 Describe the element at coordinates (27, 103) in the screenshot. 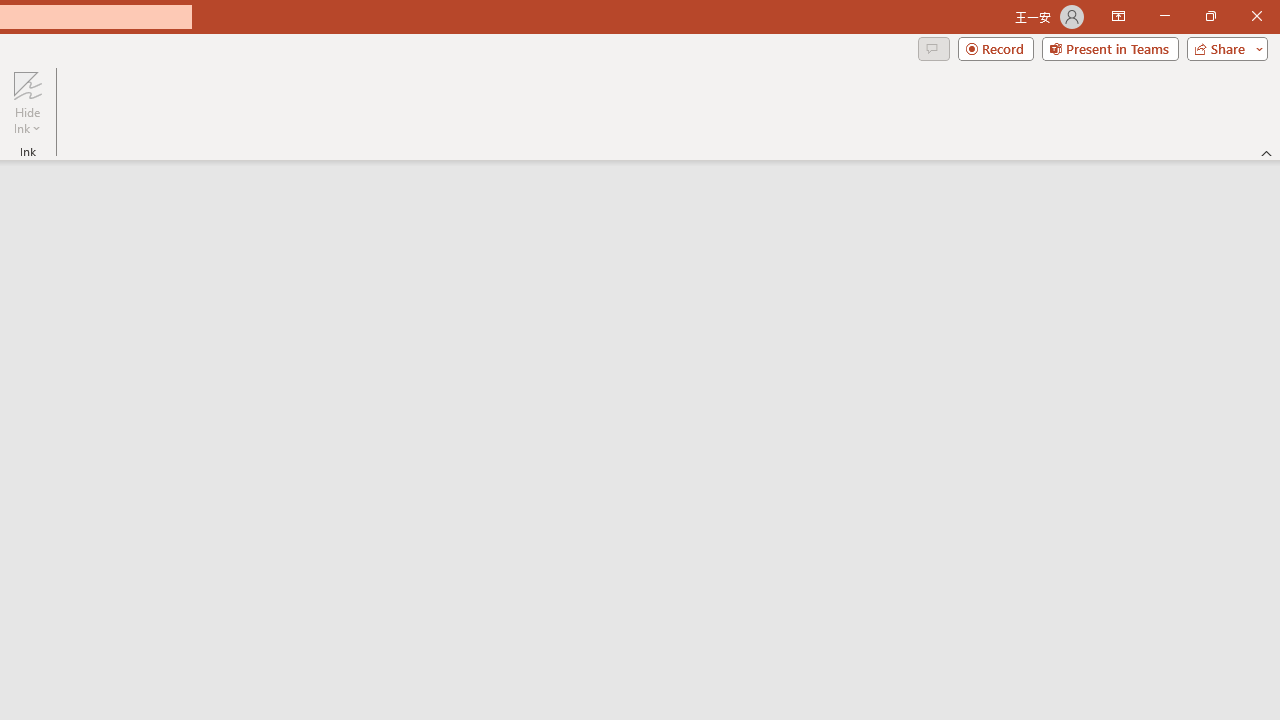

I see `'Hide Ink'` at that location.